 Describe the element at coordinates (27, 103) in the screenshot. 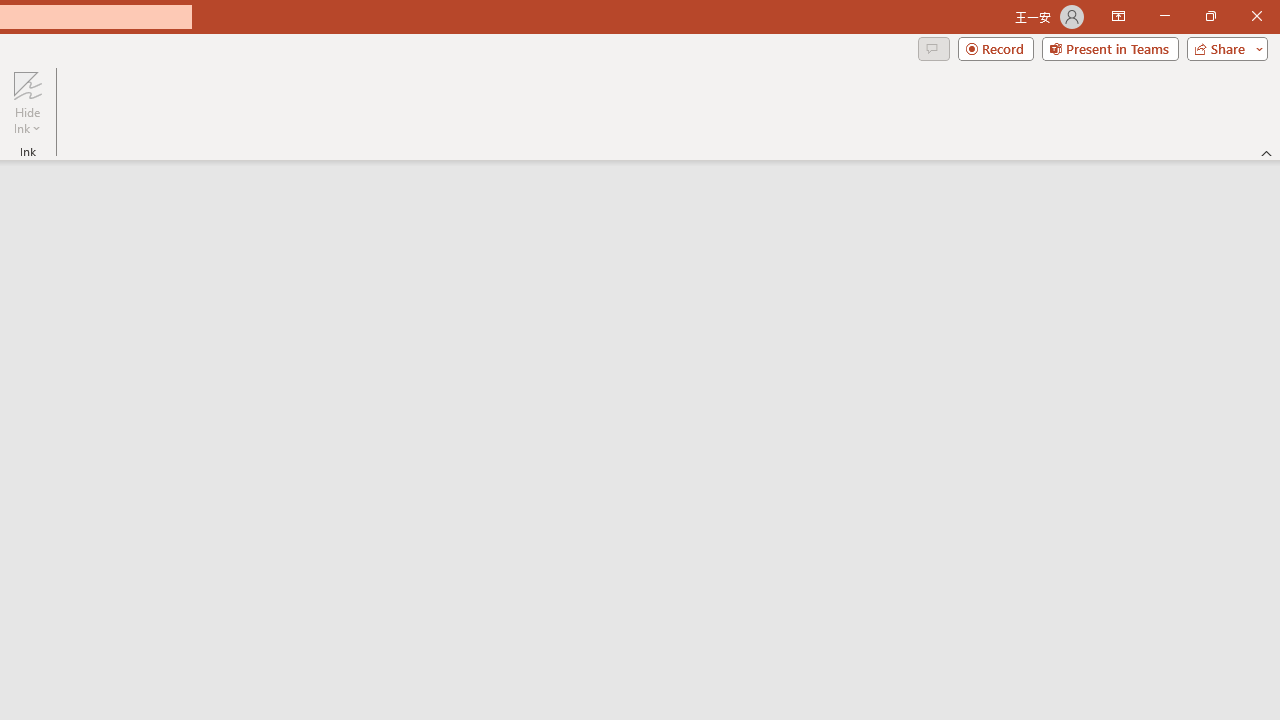

I see `'Hide Ink'` at that location.